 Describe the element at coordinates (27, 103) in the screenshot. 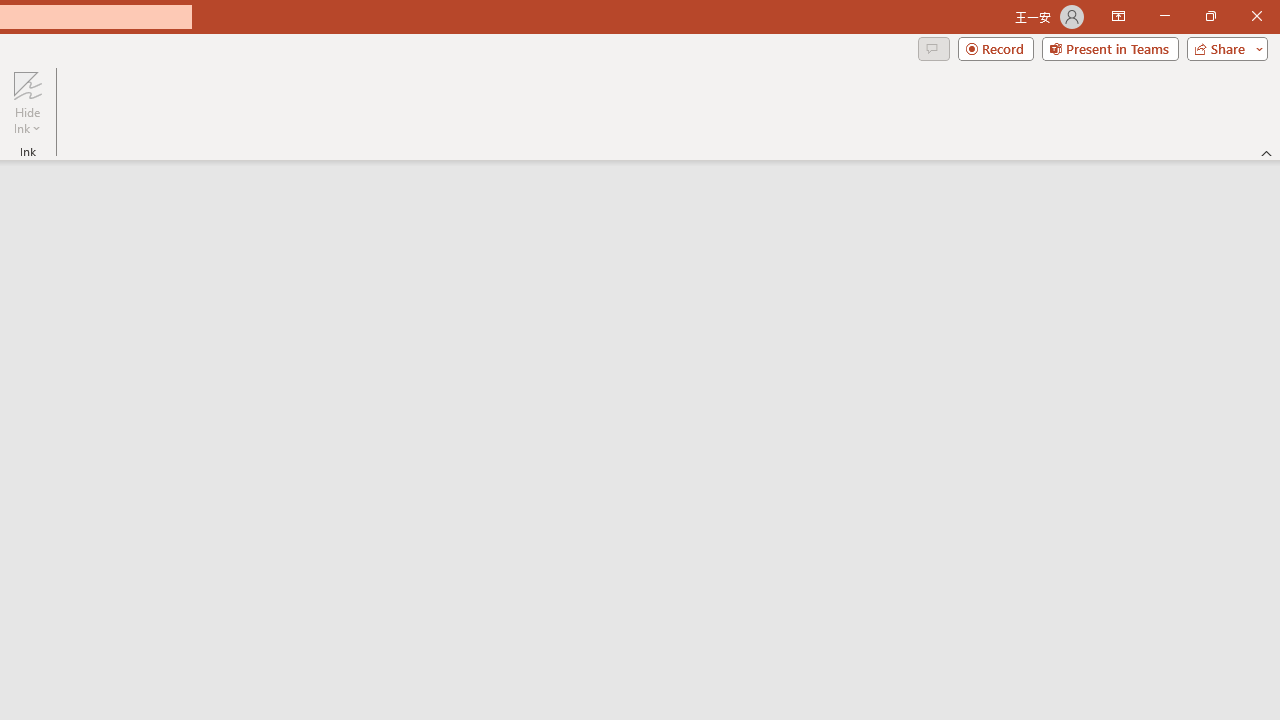

I see `'Hide Ink'` at that location.